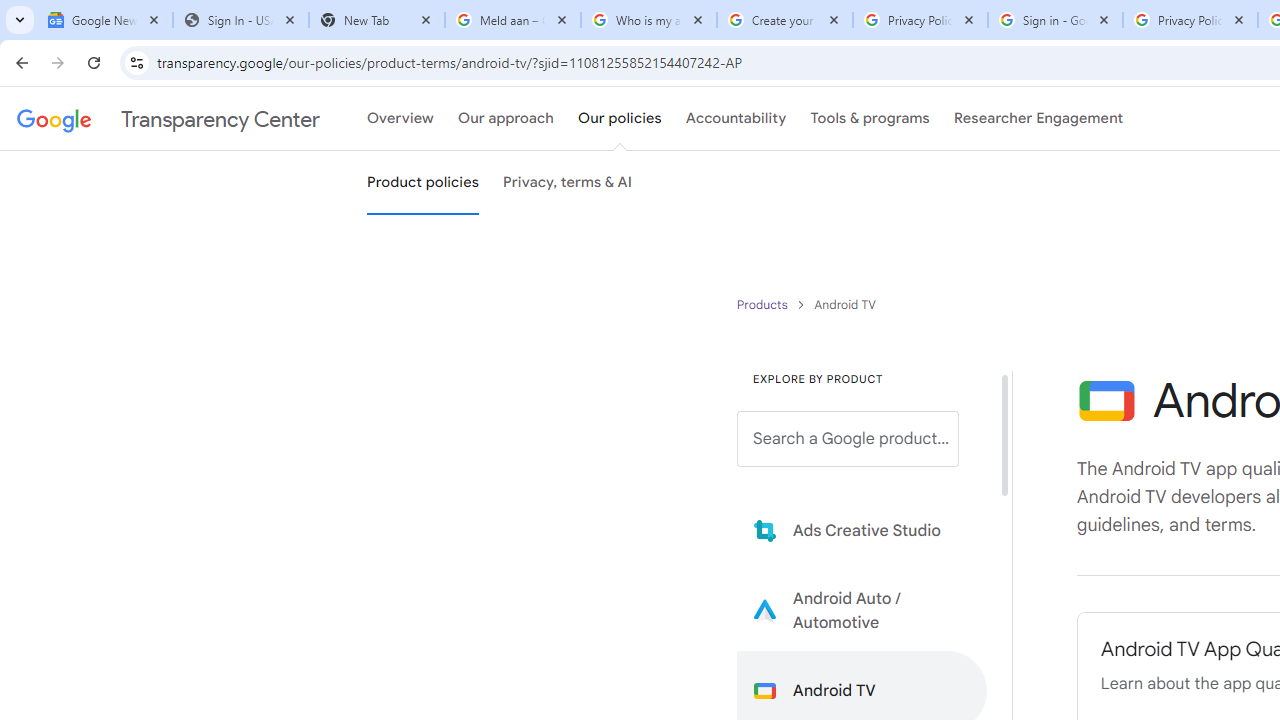 The width and height of the screenshot is (1280, 720). Describe the element at coordinates (1038, 119) in the screenshot. I see `'Researcher Engagement'` at that location.